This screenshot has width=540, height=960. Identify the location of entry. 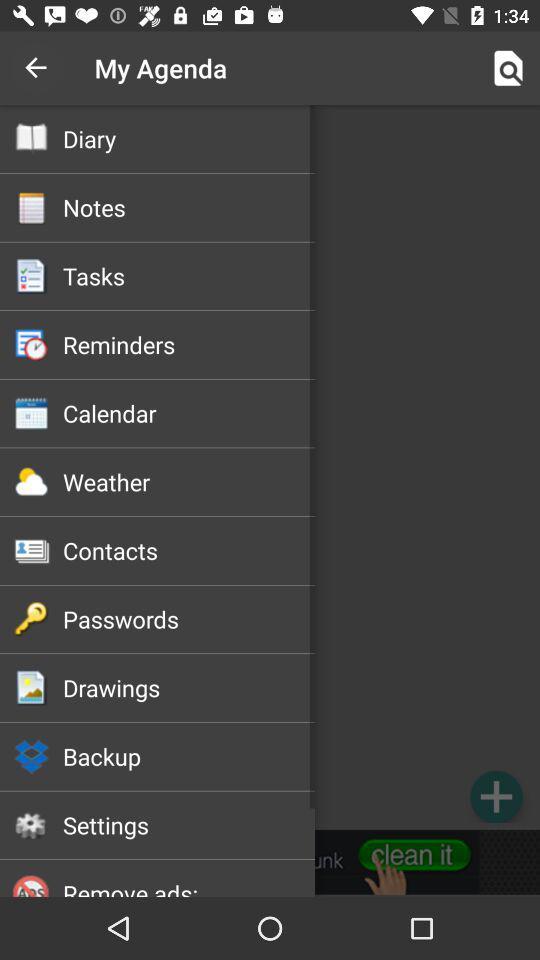
(495, 796).